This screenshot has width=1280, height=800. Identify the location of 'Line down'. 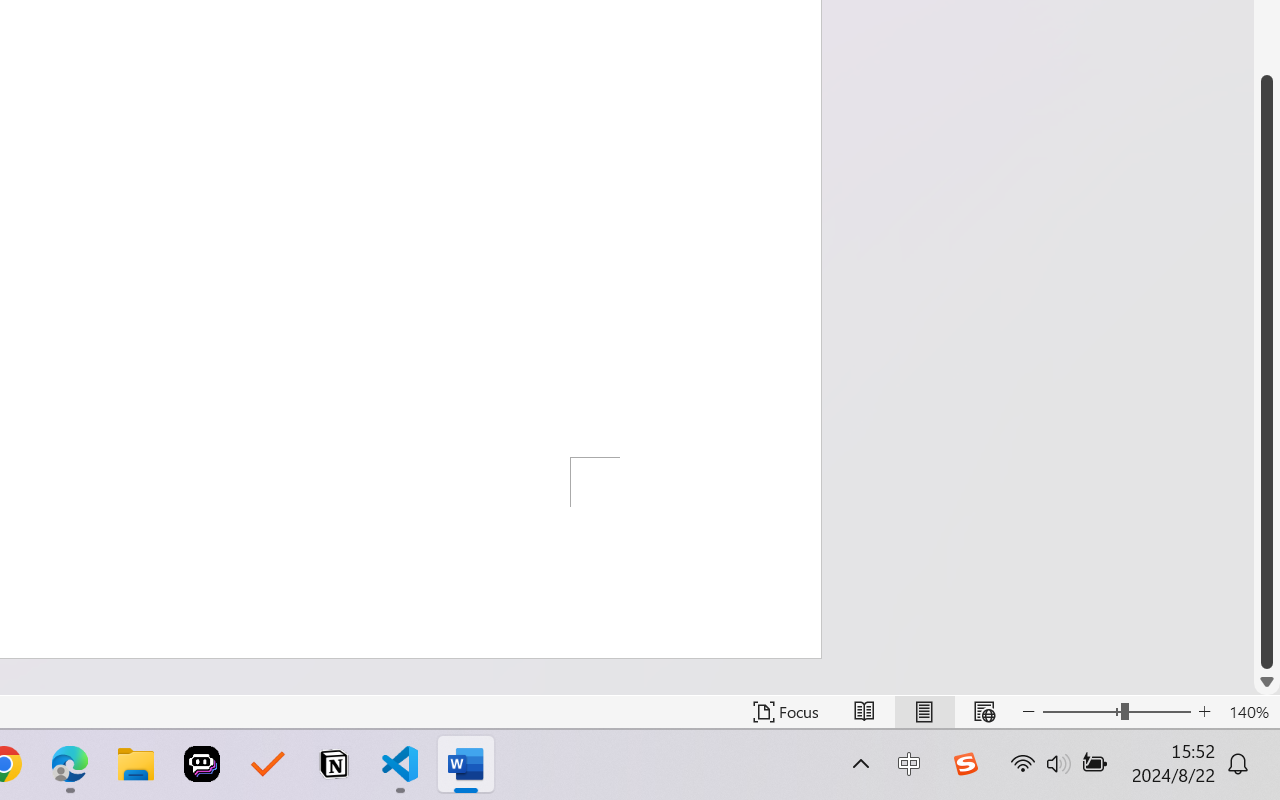
(1266, 682).